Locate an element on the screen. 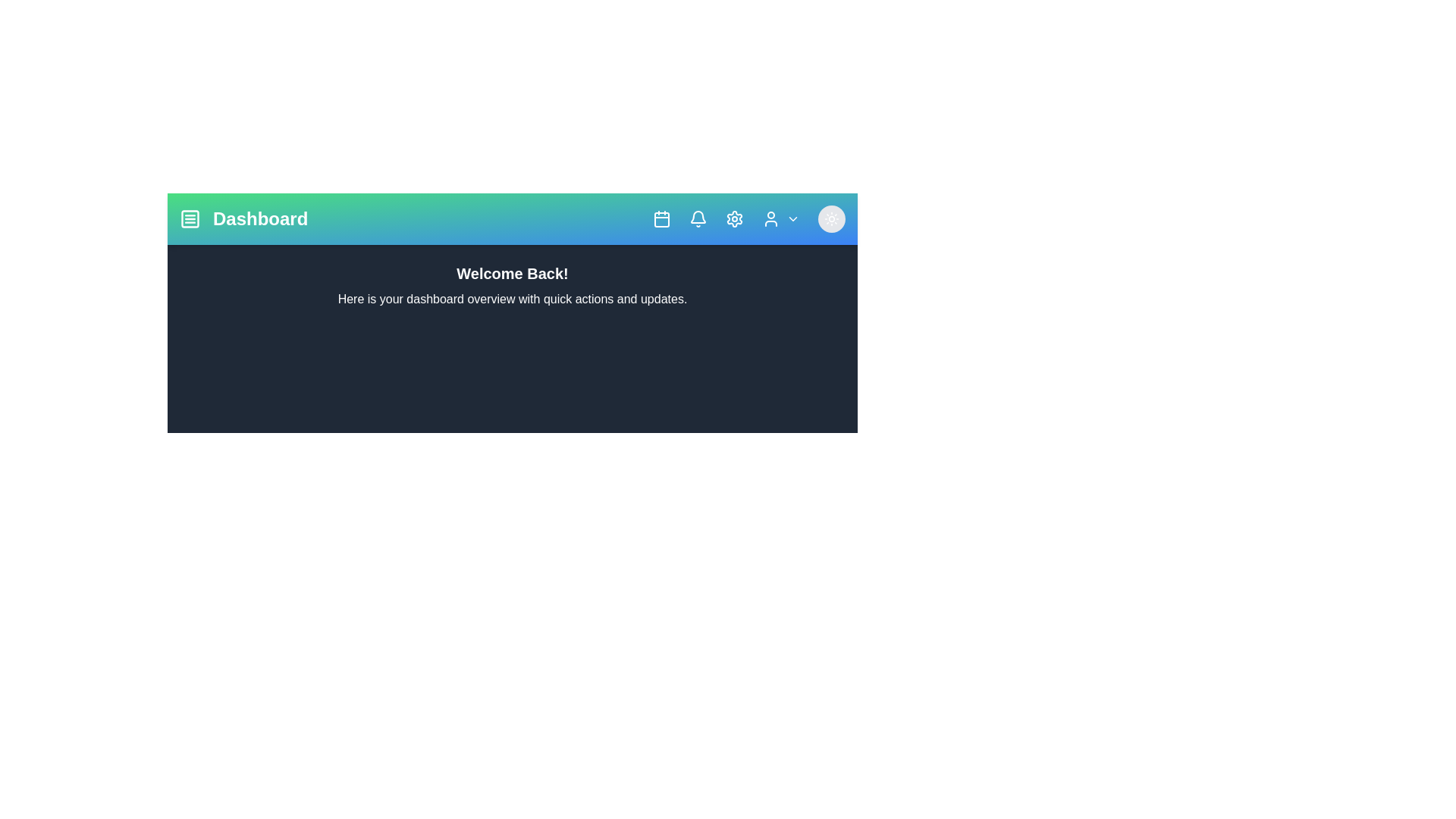 Image resolution: width=1456 pixels, height=819 pixels. the settings icon in the app bar is located at coordinates (735, 219).